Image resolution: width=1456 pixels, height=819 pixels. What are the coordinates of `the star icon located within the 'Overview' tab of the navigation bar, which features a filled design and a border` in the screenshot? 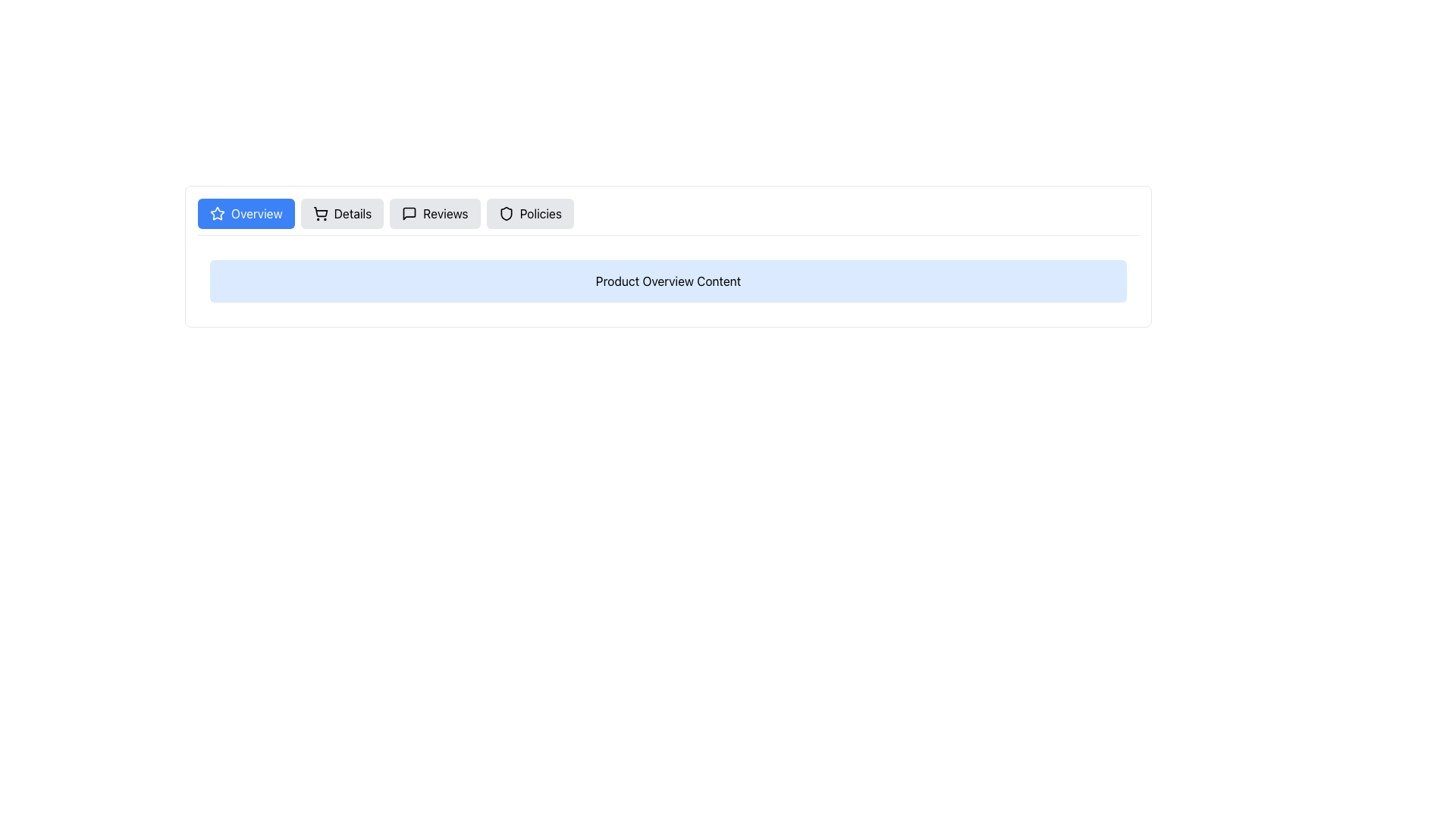 It's located at (217, 213).